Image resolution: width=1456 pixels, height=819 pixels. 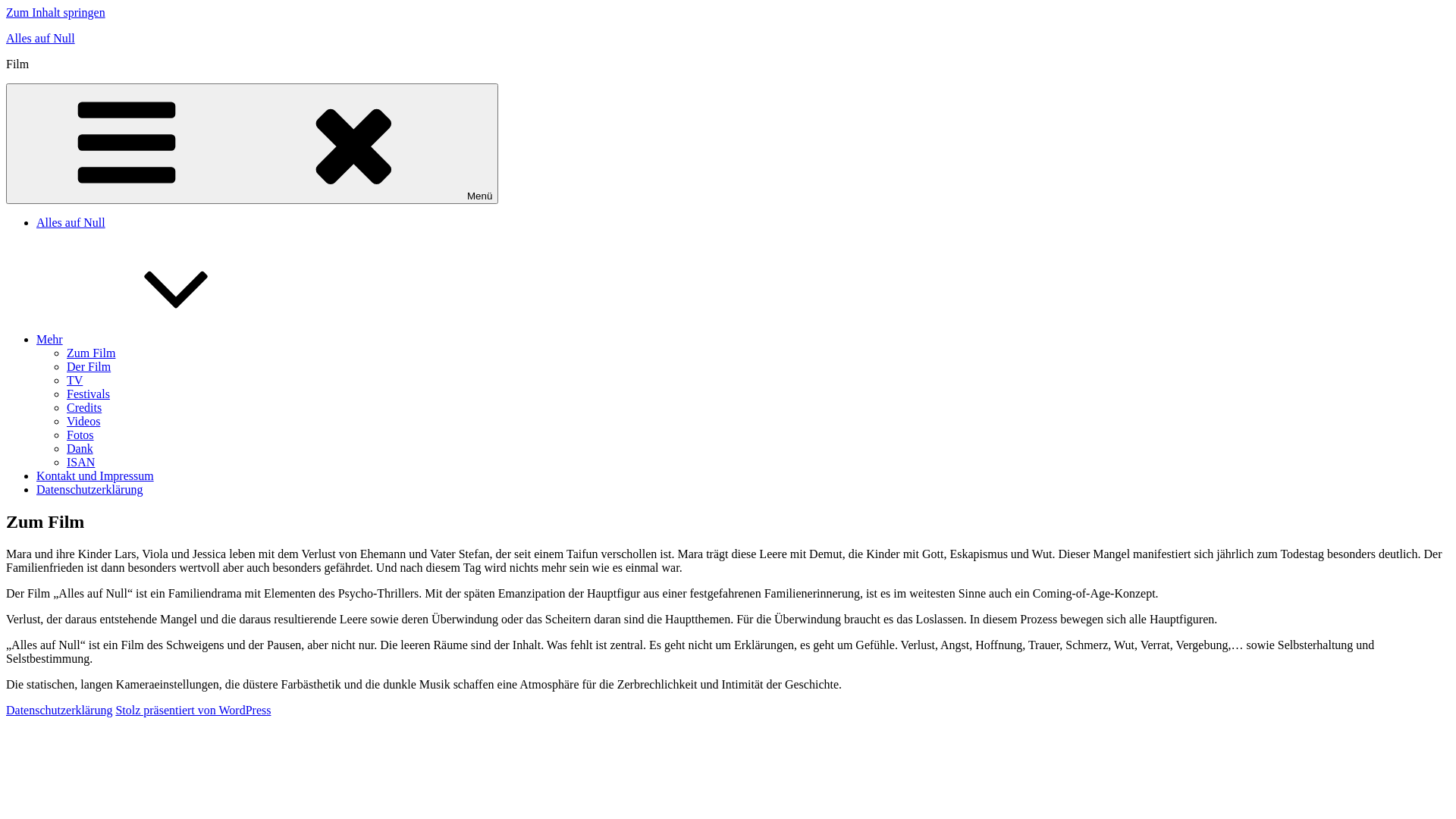 I want to click on 'Alles auf Null', so click(x=70, y=222).